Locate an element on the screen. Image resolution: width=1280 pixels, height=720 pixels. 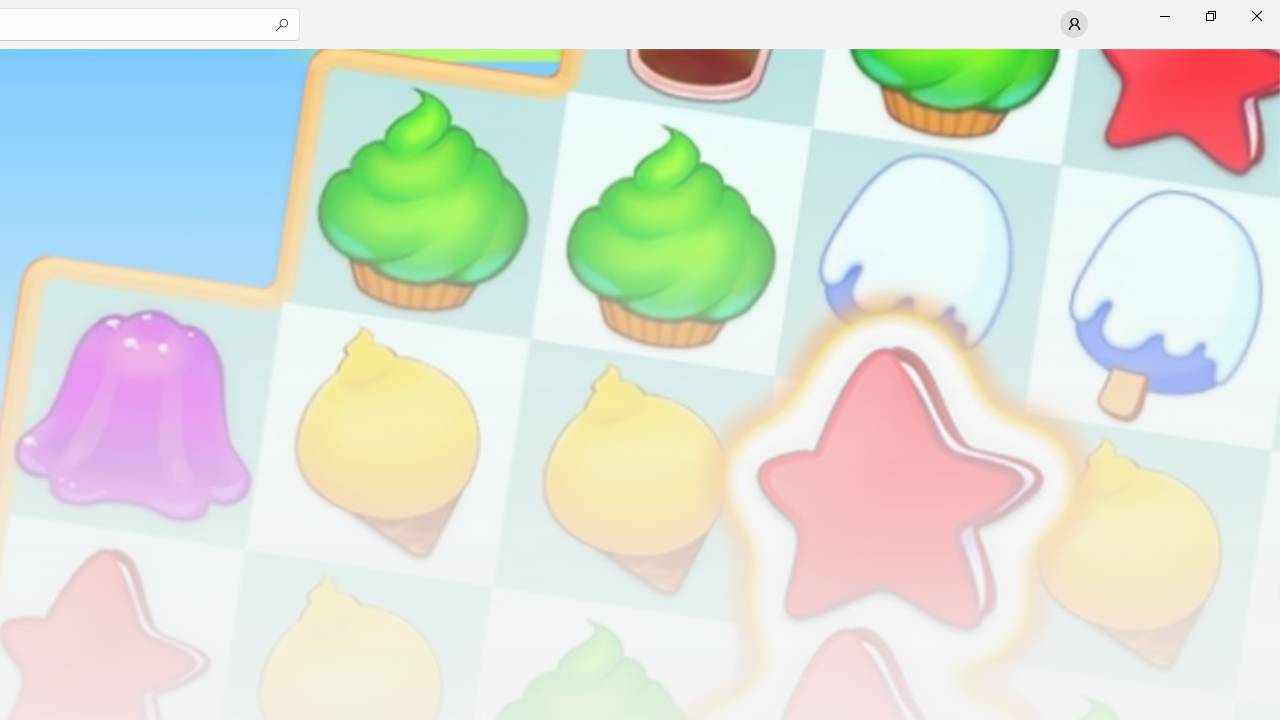
'Minimize Microsoft Store' is located at coordinates (1164, 15).